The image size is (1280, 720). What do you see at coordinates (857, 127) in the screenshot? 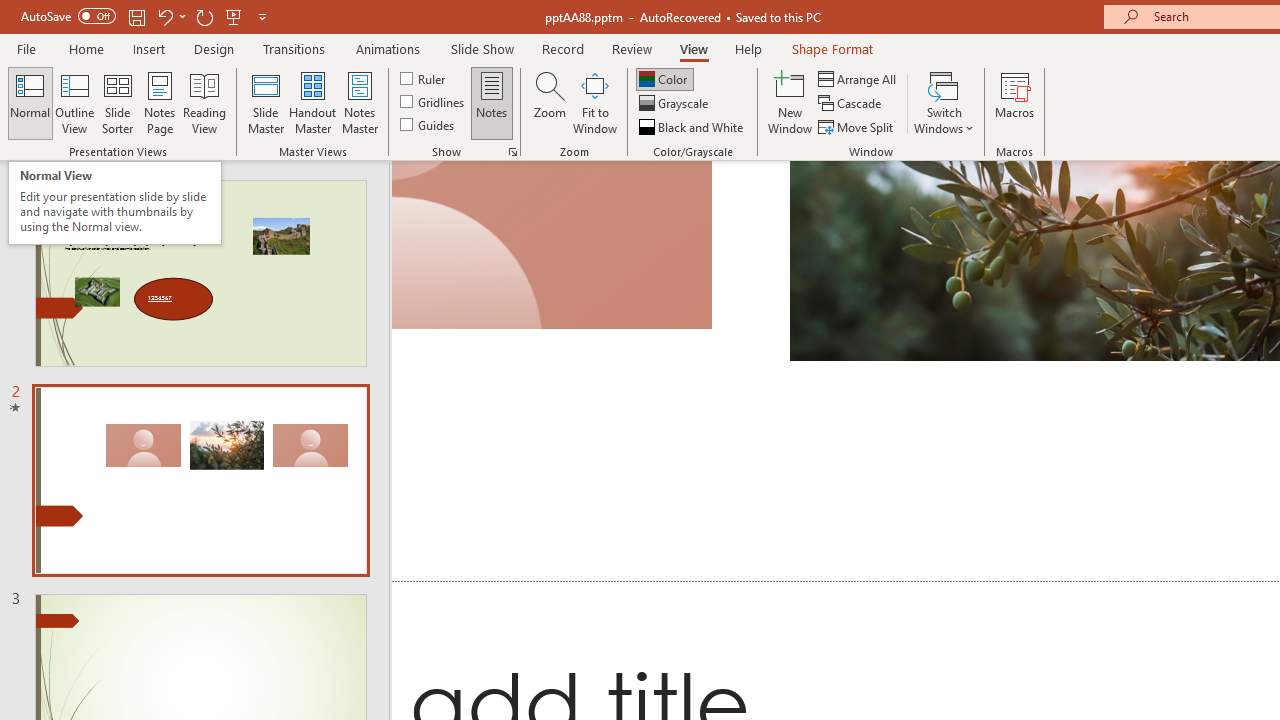
I see `'Move Split'` at bounding box center [857, 127].